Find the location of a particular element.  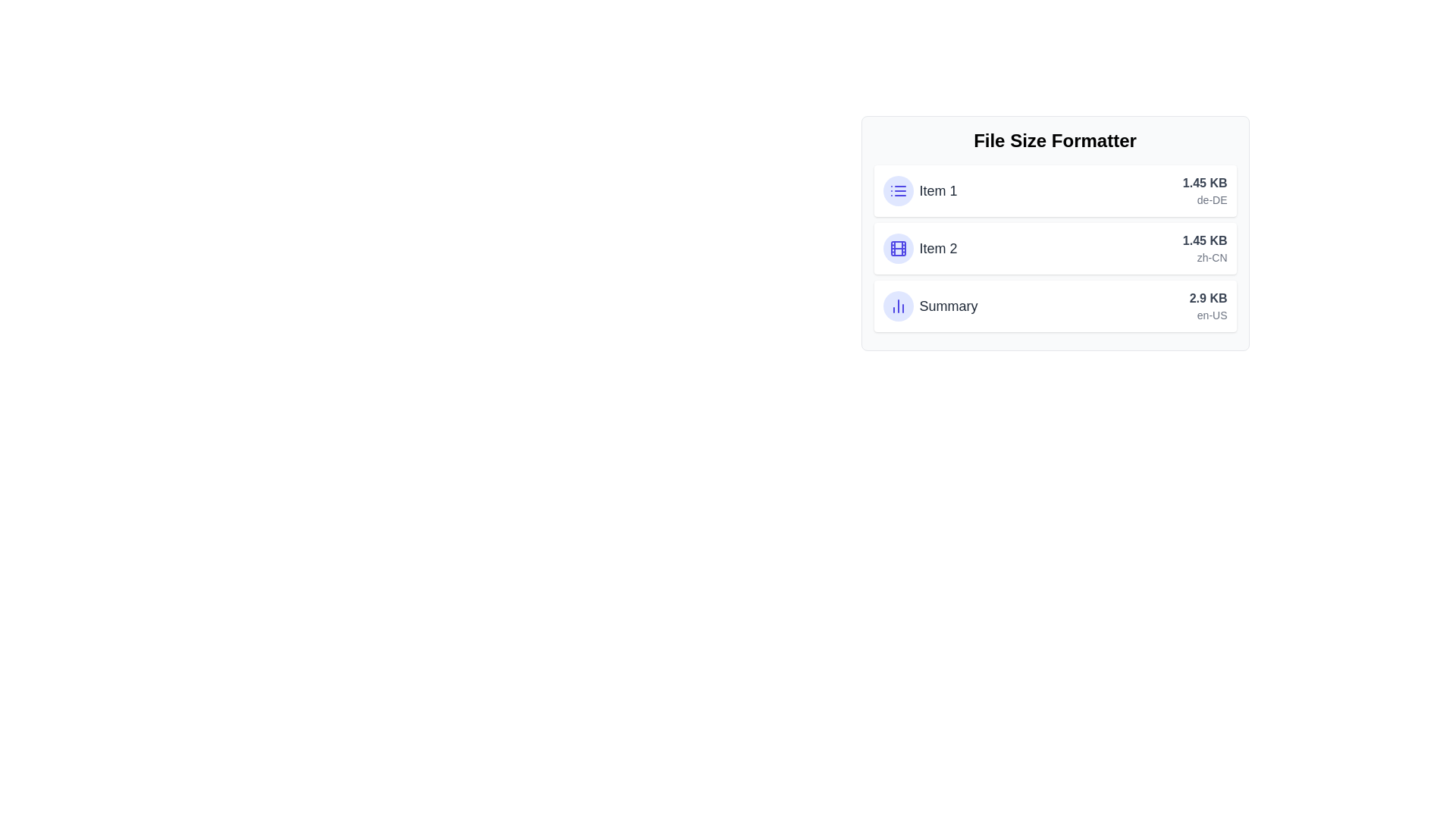

the informational text display showing the file size and locale for 'Item 1', located to the far right of the 'Item 1' section is located at coordinates (1204, 190).